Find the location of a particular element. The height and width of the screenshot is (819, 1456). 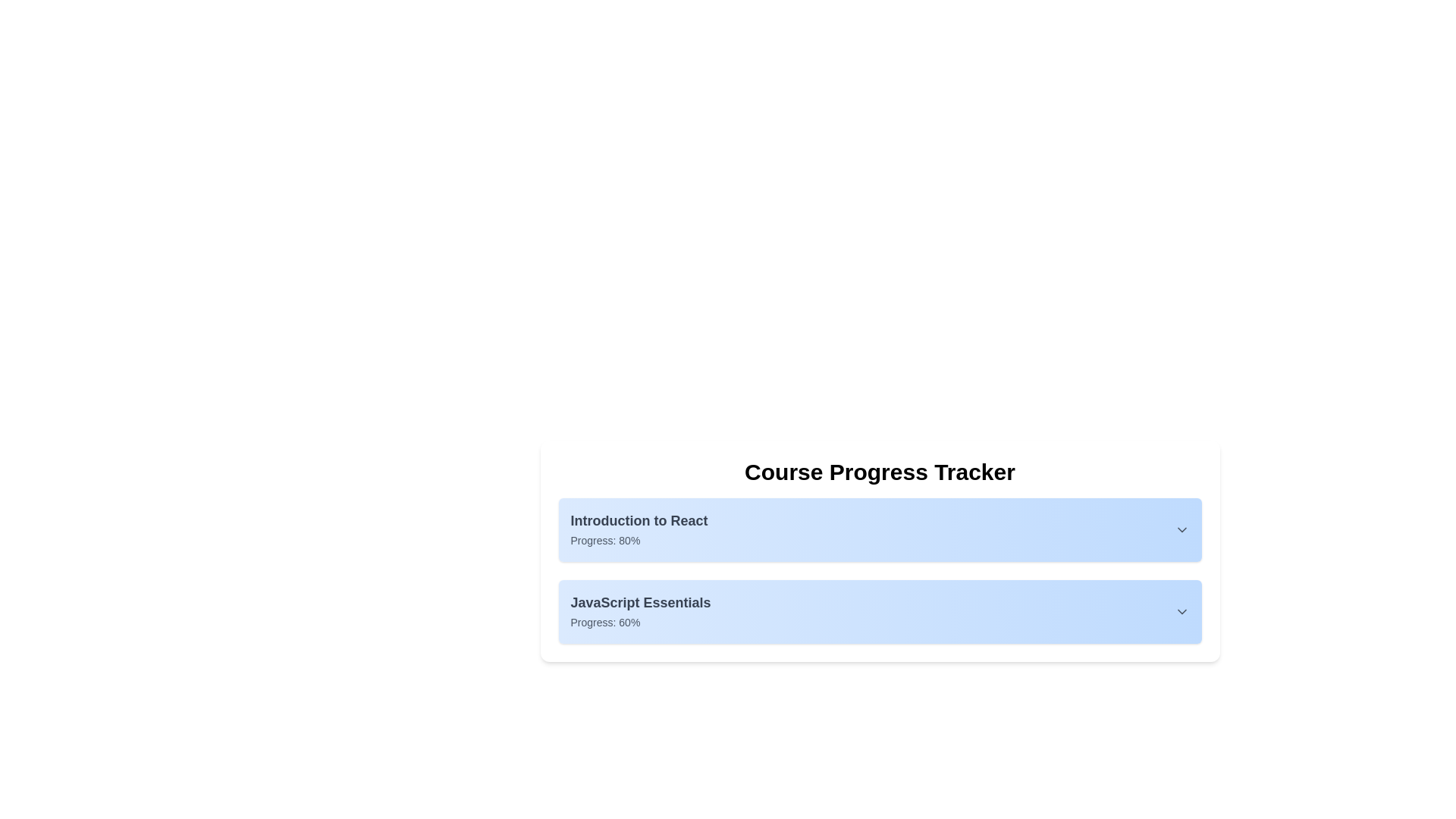

the text label displaying 'JavaScript Essentials' in the course progress tracker, which is the second item in the vertical list and positioned above 'Progress: 60% is located at coordinates (640, 601).